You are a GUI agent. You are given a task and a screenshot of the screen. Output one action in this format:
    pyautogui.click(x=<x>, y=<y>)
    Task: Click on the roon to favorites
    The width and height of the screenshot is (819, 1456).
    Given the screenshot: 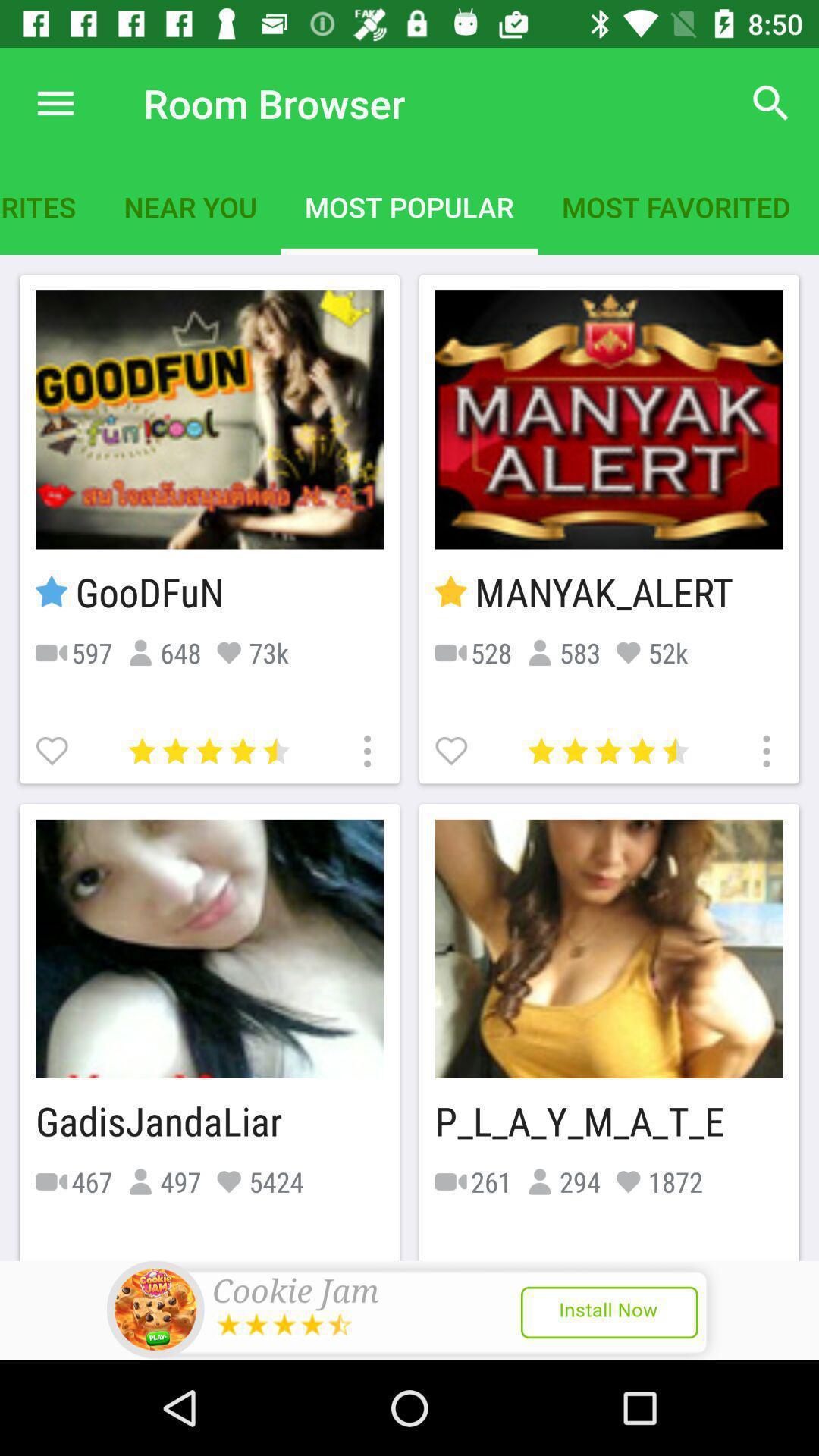 What is the action you would take?
    pyautogui.click(x=452, y=749)
    